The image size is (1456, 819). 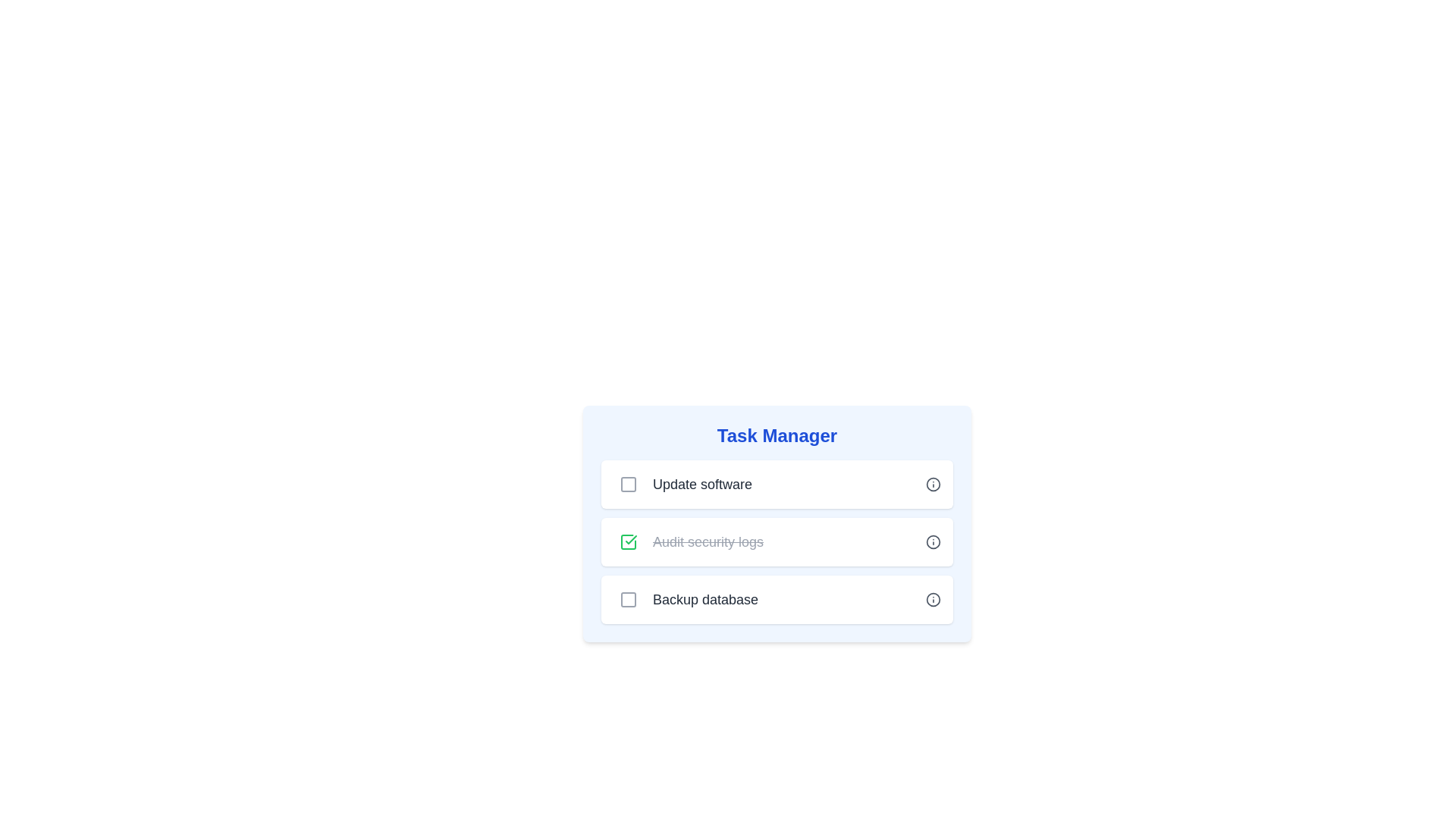 I want to click on the green checkmark icon located to the left of the 'Audit security logs' label in the 'Task Manager' section, so click(x=631, y=539).